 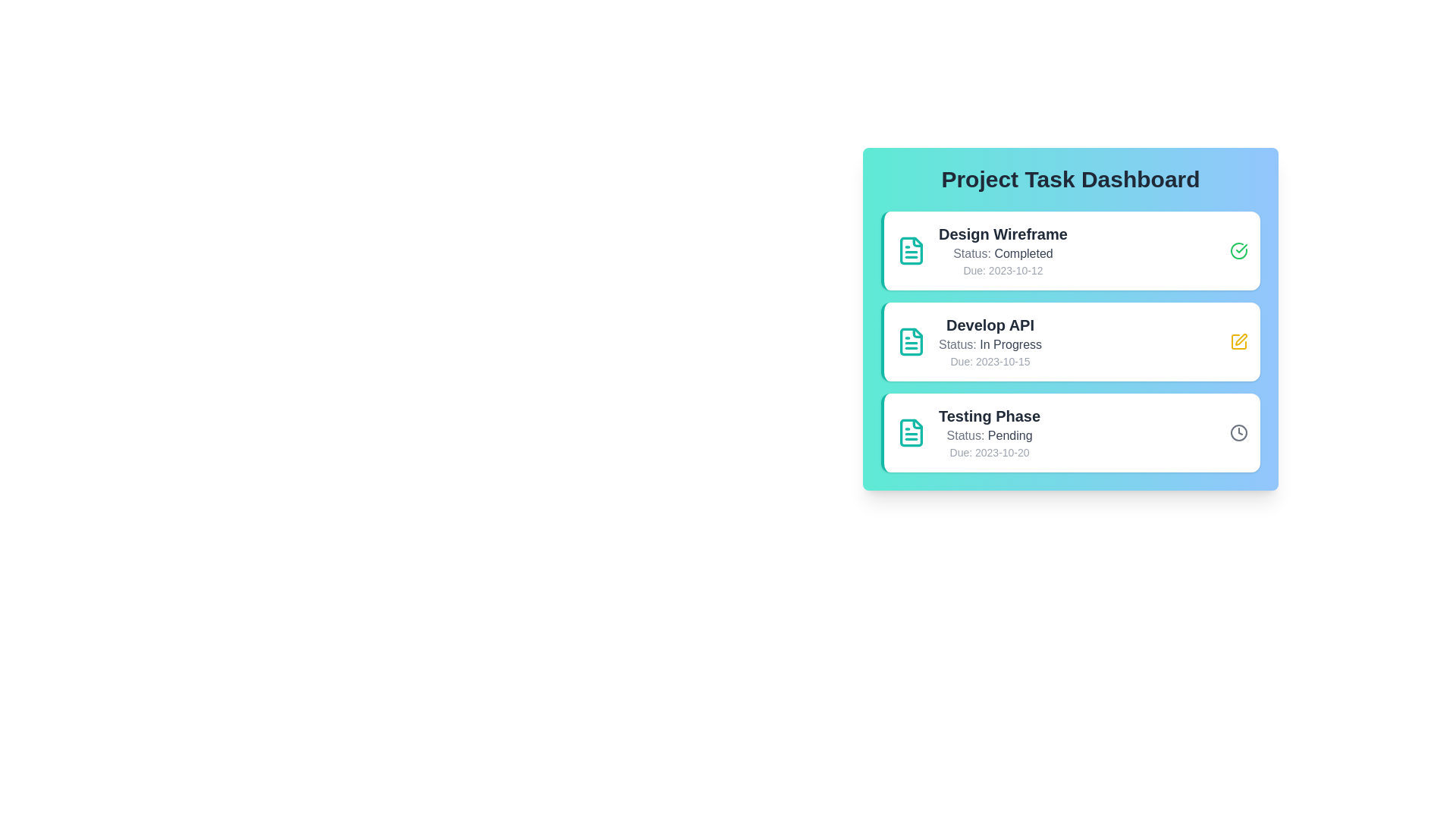 I want to click on the task card for Testing Phase to access detailed task information, so click(x=1069, y=432).